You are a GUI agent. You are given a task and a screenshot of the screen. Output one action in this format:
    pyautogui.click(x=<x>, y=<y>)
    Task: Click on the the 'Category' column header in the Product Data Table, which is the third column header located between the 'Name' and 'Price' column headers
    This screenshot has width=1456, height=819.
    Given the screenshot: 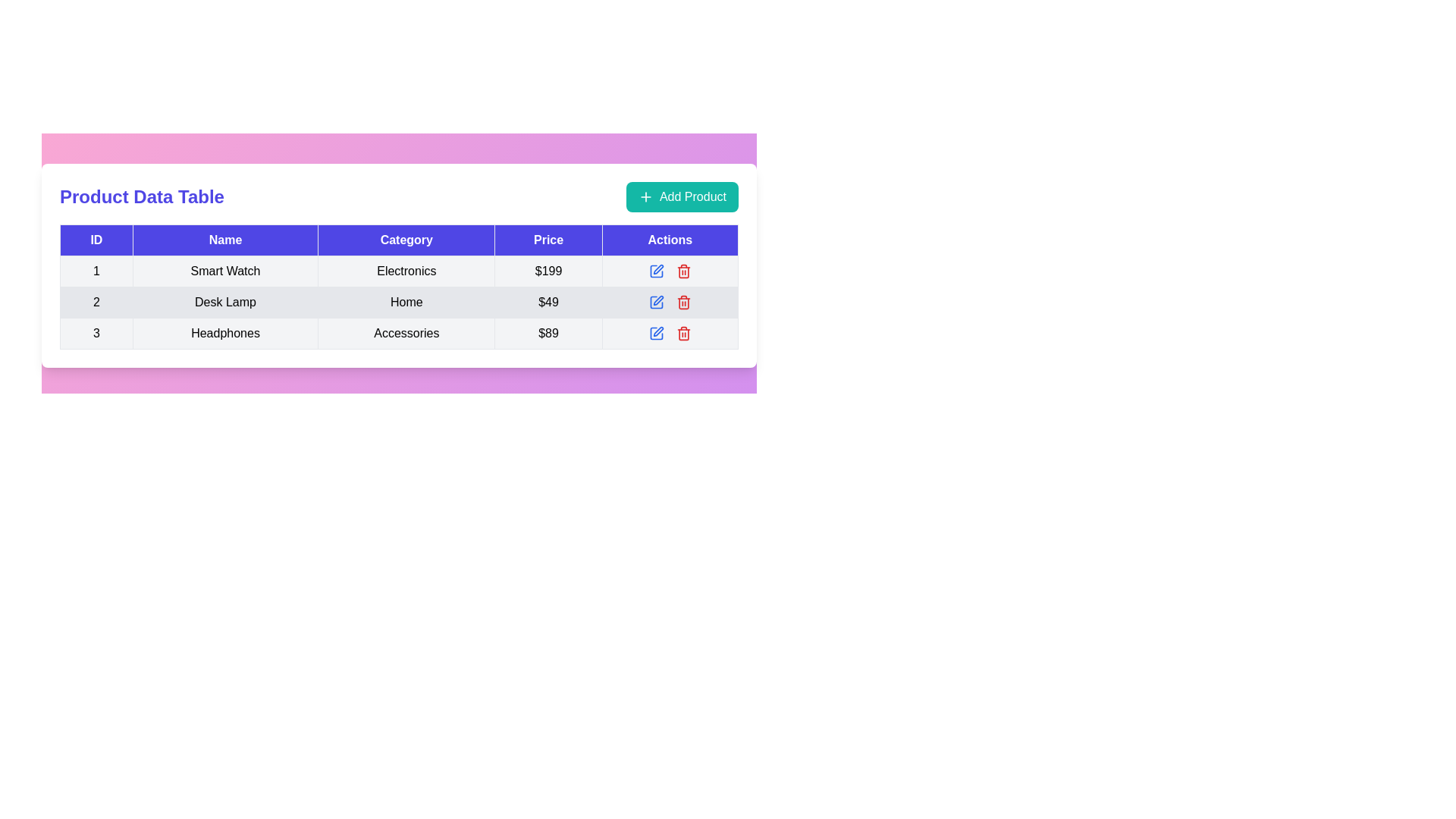 What is the action you would take?
    pyautogui.click(x=399, y=239)
    